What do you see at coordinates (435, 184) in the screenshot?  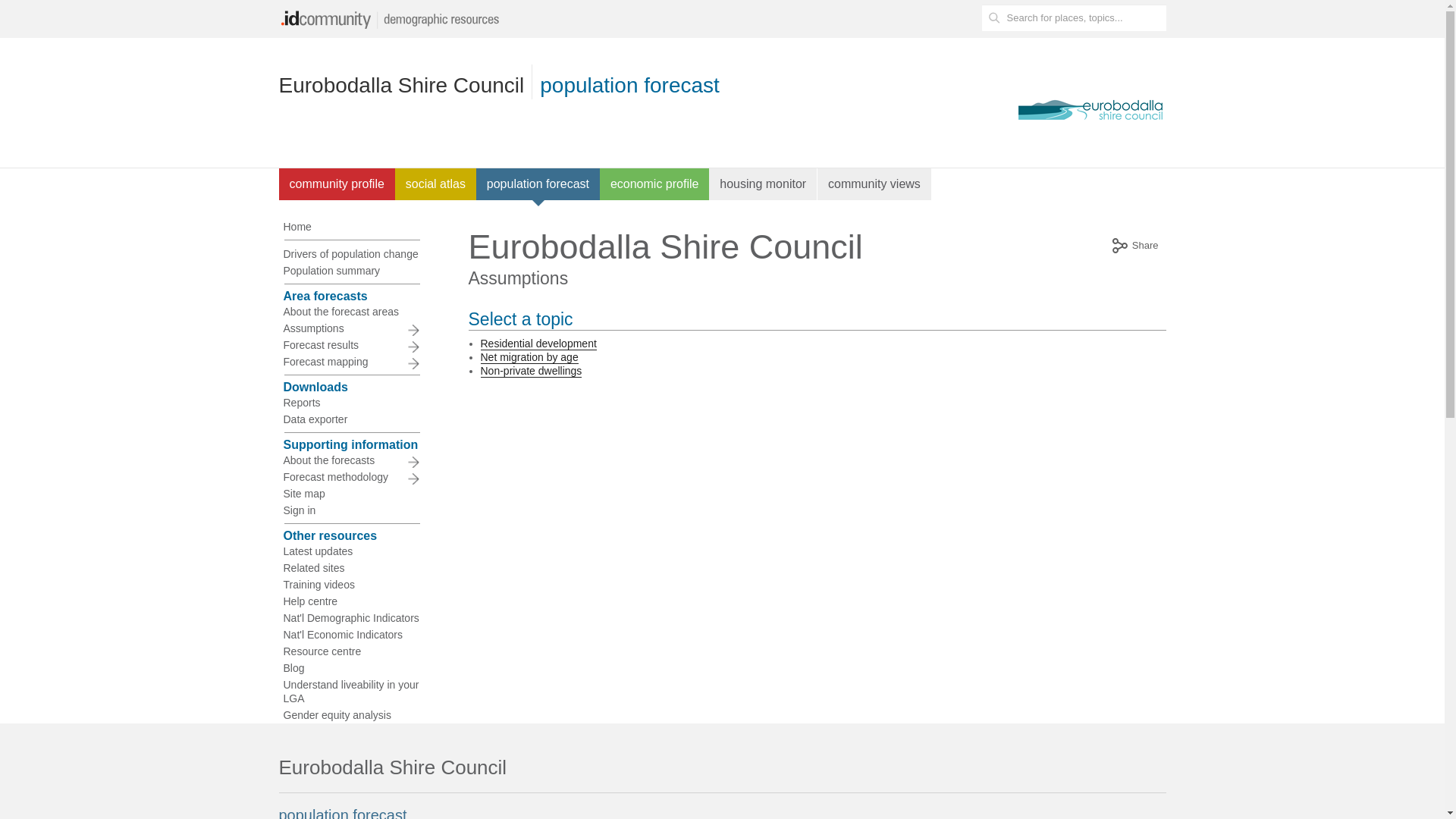 I see `'social atlas'` at bounding box center [435, 184].